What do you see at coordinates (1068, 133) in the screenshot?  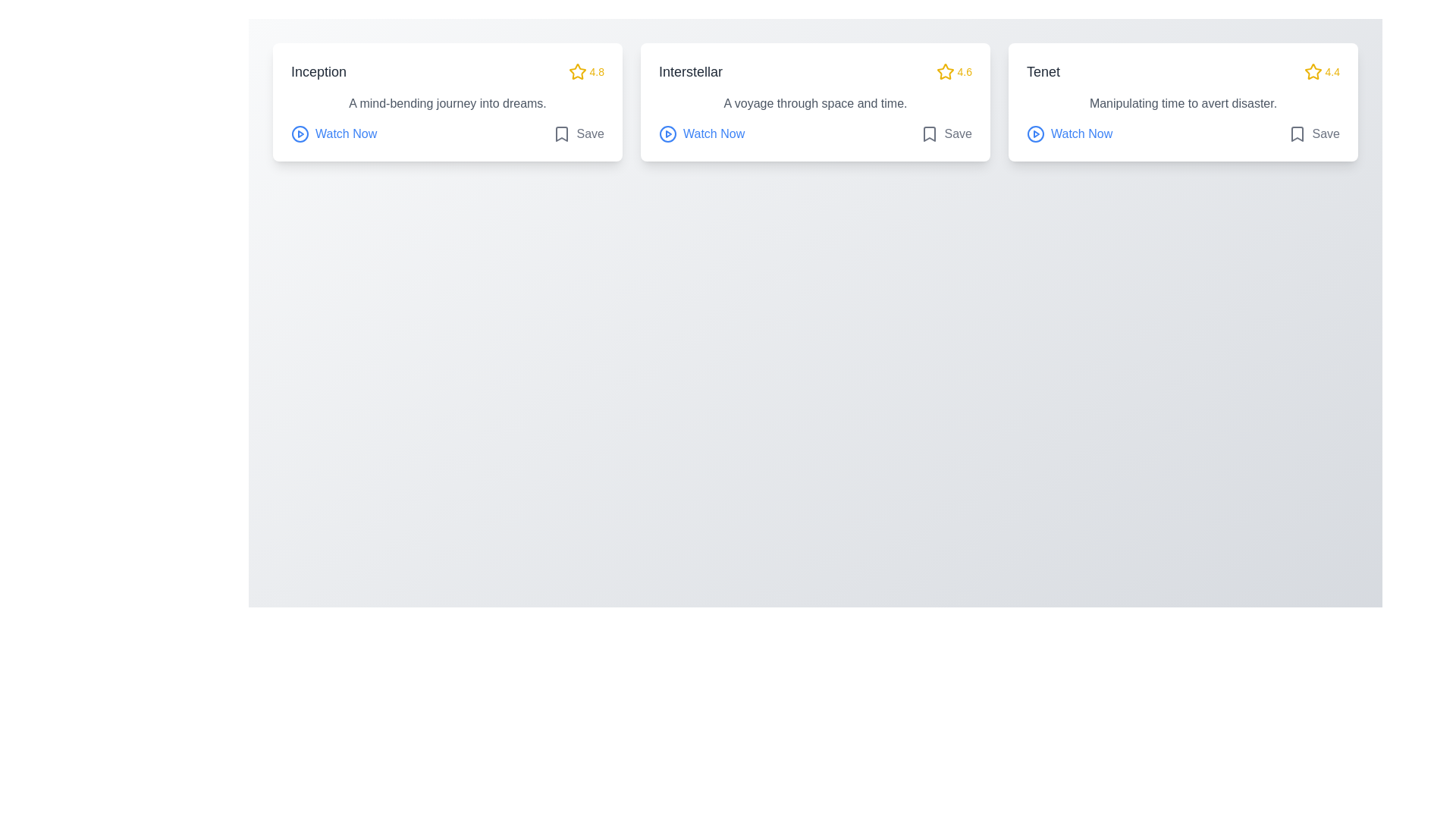 I see `the blue text button labeled 'Watch Now' with a play icon to the left, located below the movie 'Tenet' in the far-right card` at bounding box center [1068, 133].